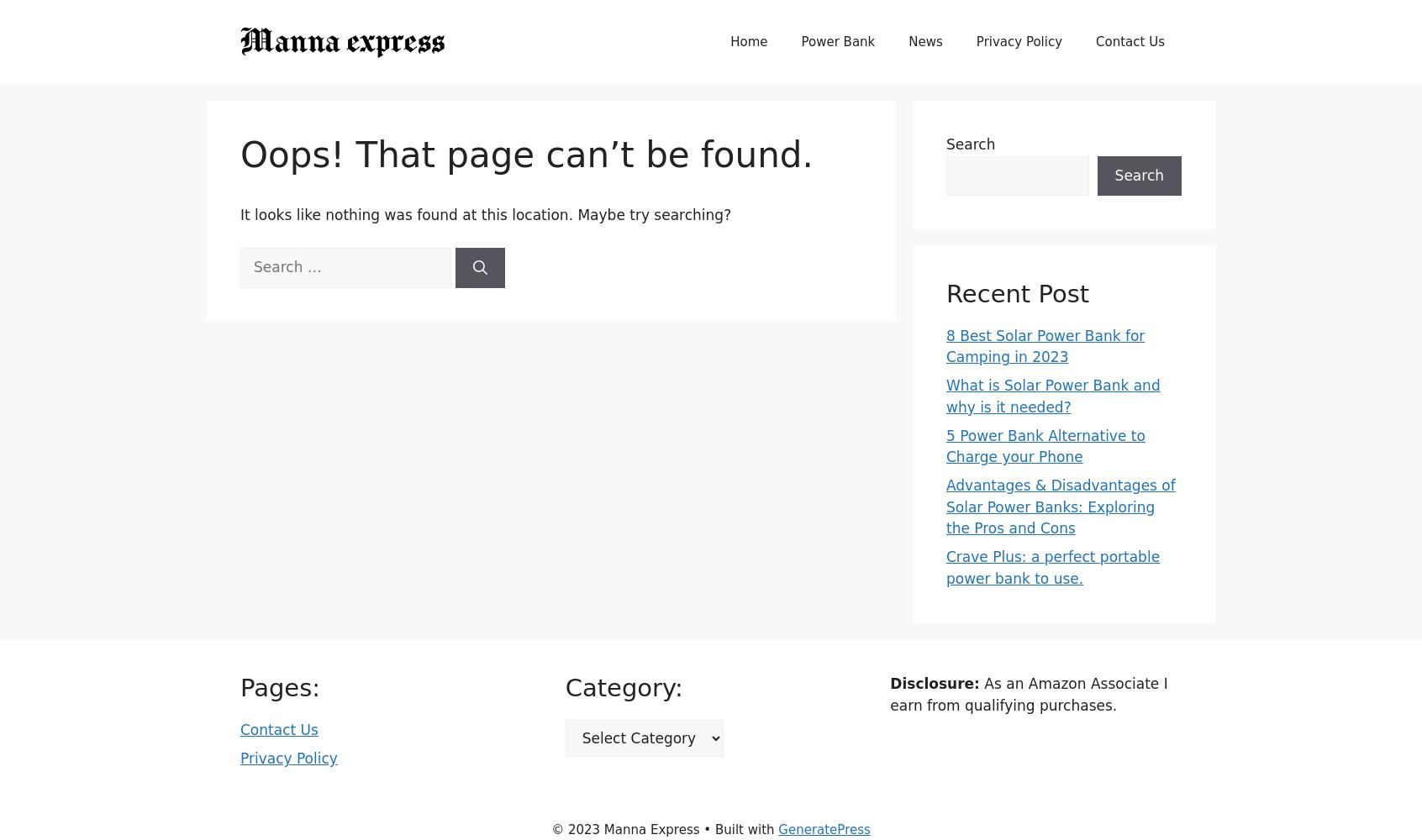 The image size is (1422, 840). I want to click on 'GeneratePress', so click(778, 828).